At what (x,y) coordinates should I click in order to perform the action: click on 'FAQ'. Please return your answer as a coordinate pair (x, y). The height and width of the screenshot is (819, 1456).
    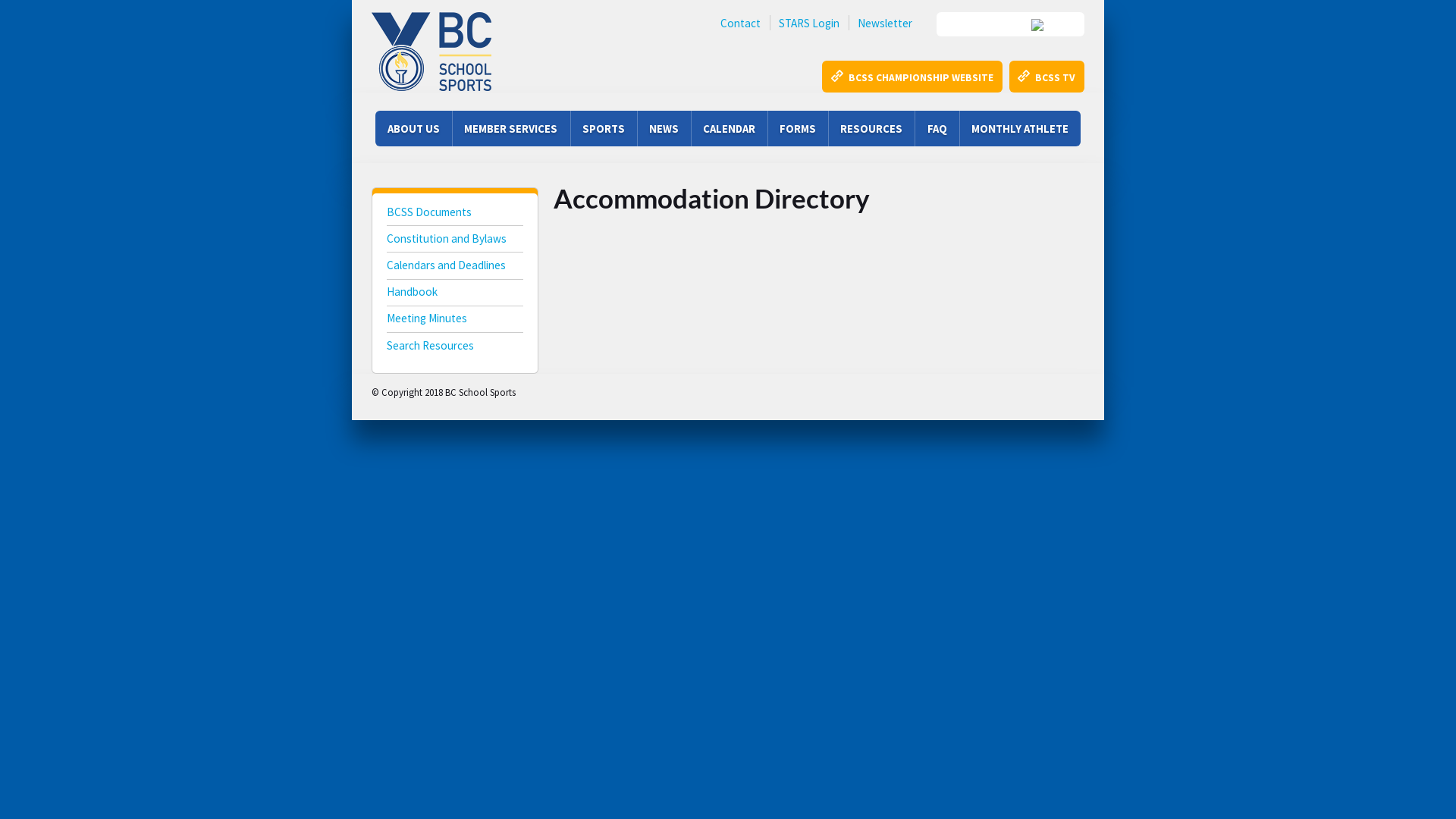
    Looking at the image, I should click on (935, 127).